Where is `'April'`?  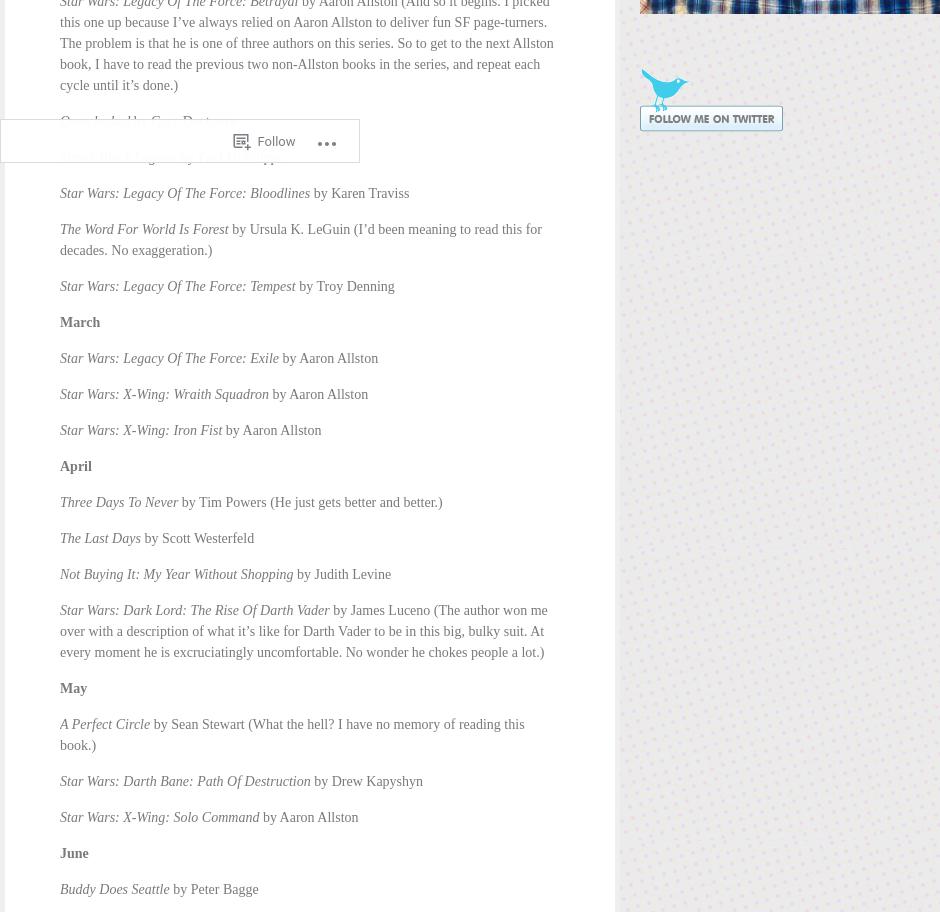
'April' is located at coordinates (58, 466).